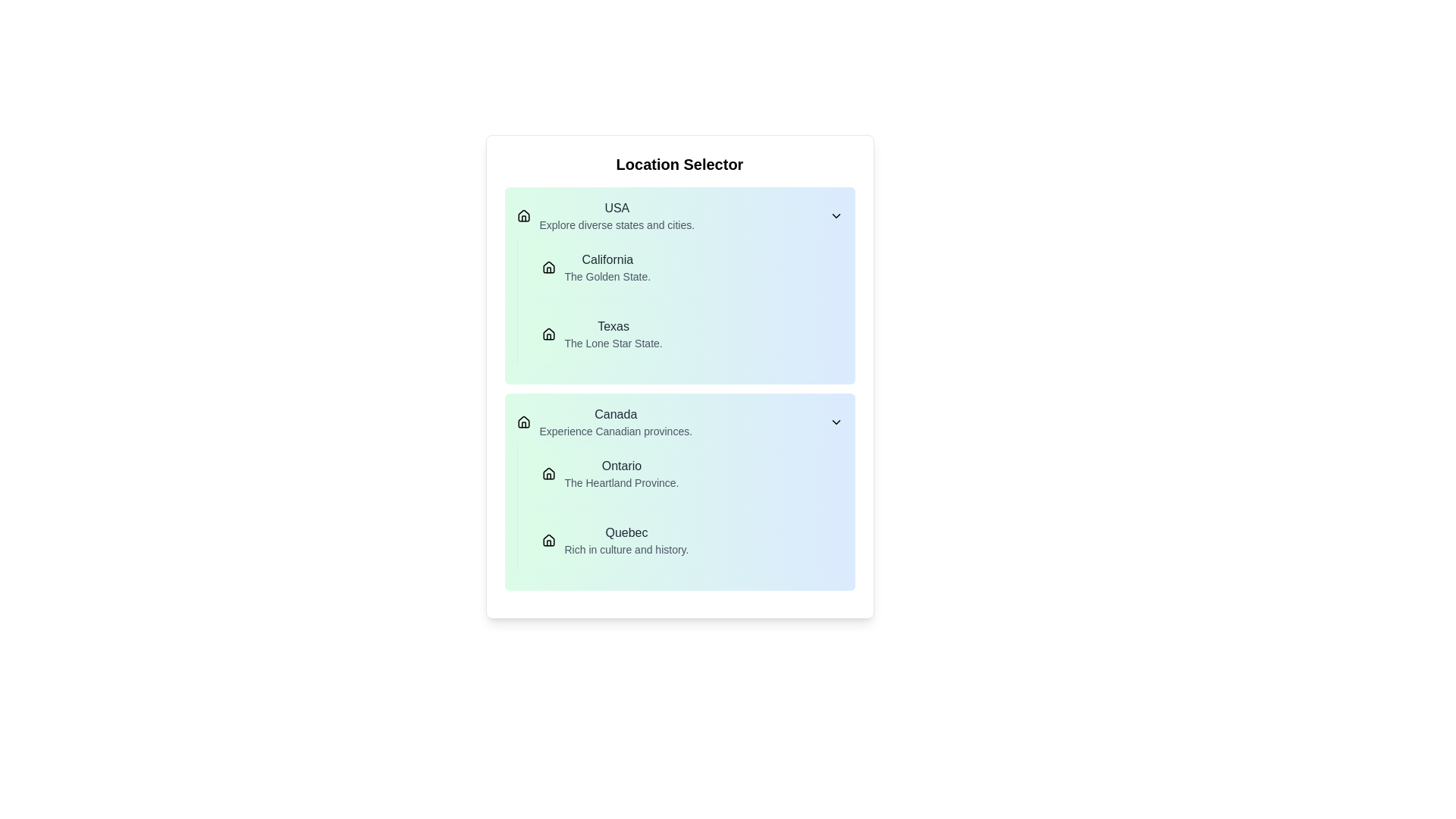 The image size is (1456, 819). I want to click on the text block displaying 'Texas' in bold with 'The Lone Star State.' below it, located under the 'USA' section in the 'Location Selector' interface, so click(613, 333).